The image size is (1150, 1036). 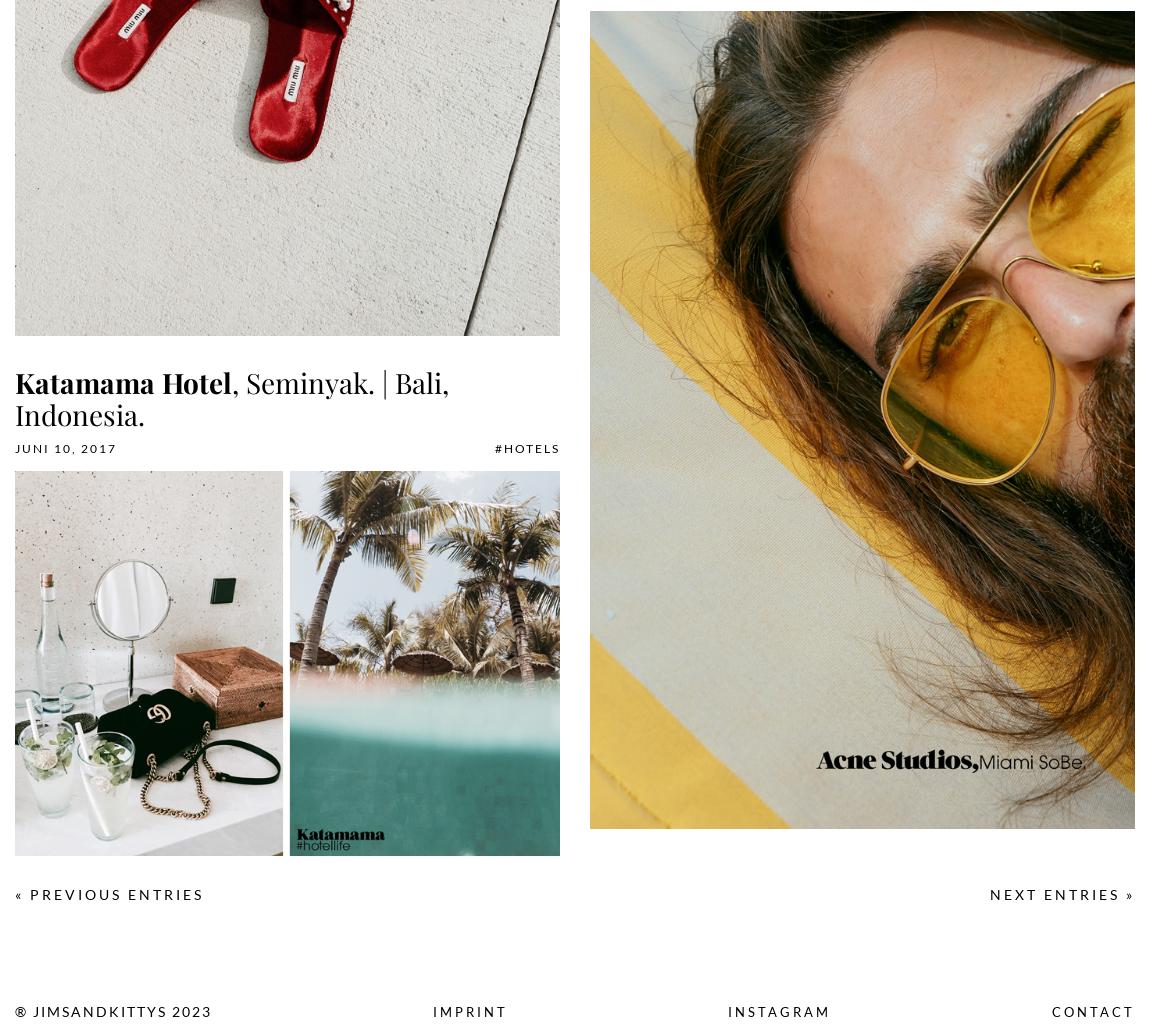 I want to click on '® Jimsandkittys 2023', so click(x=112, y=1010).